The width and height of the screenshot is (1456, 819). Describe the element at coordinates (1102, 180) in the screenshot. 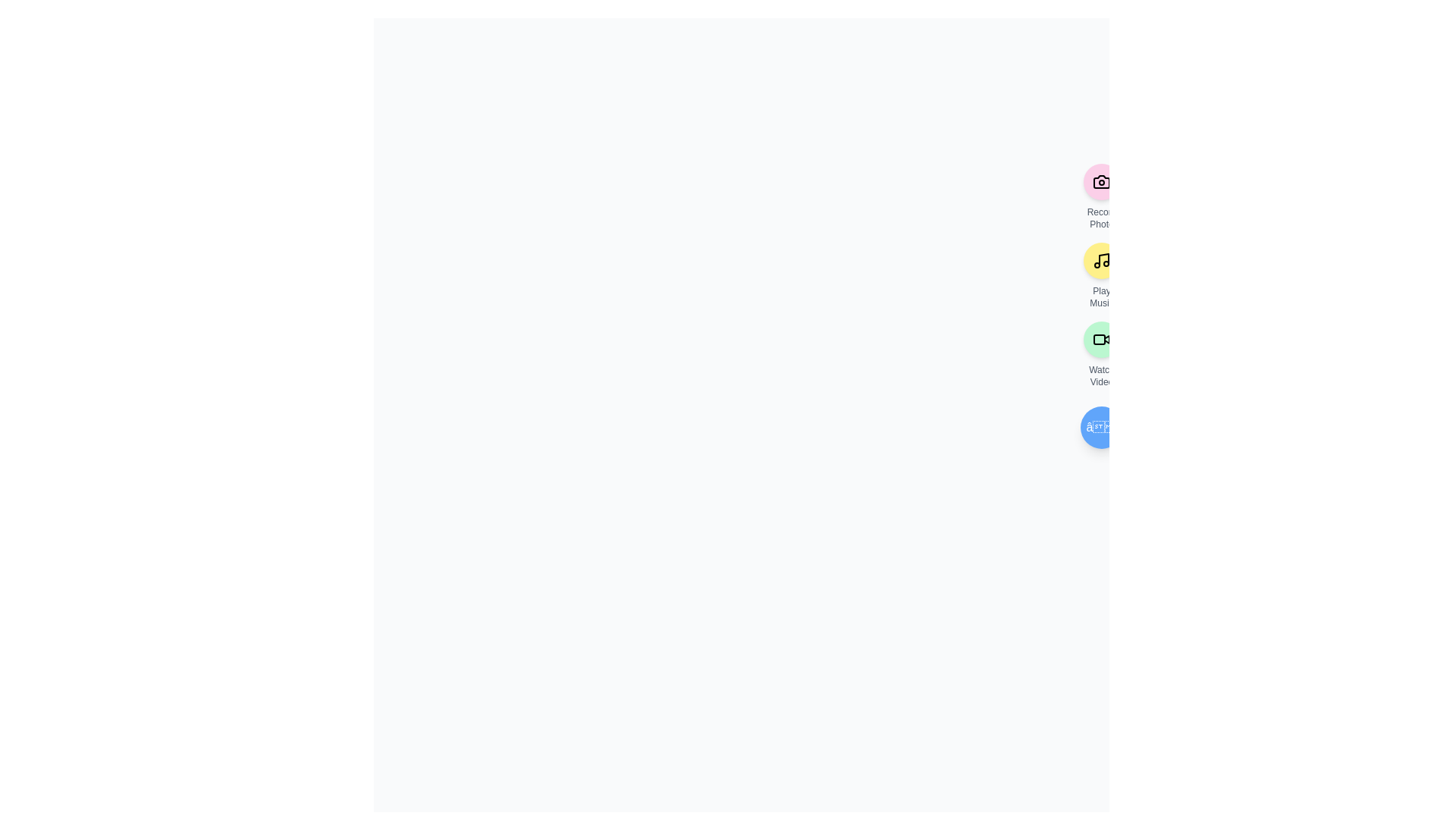

I see `'Record Photo' button to initiate photo recording` at that location.